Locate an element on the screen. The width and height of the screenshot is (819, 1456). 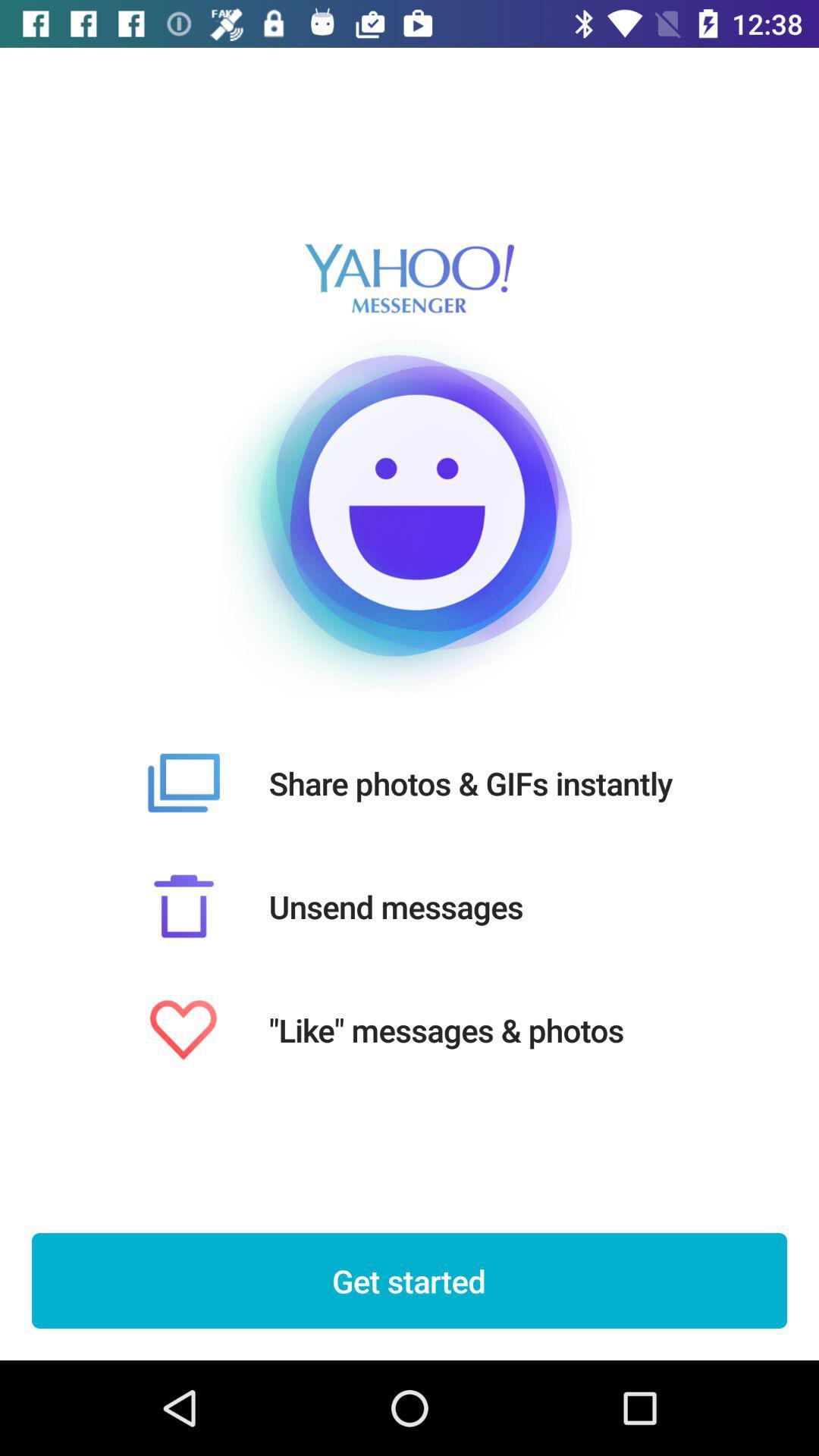
the get started is located at coordinates (409, 1280).